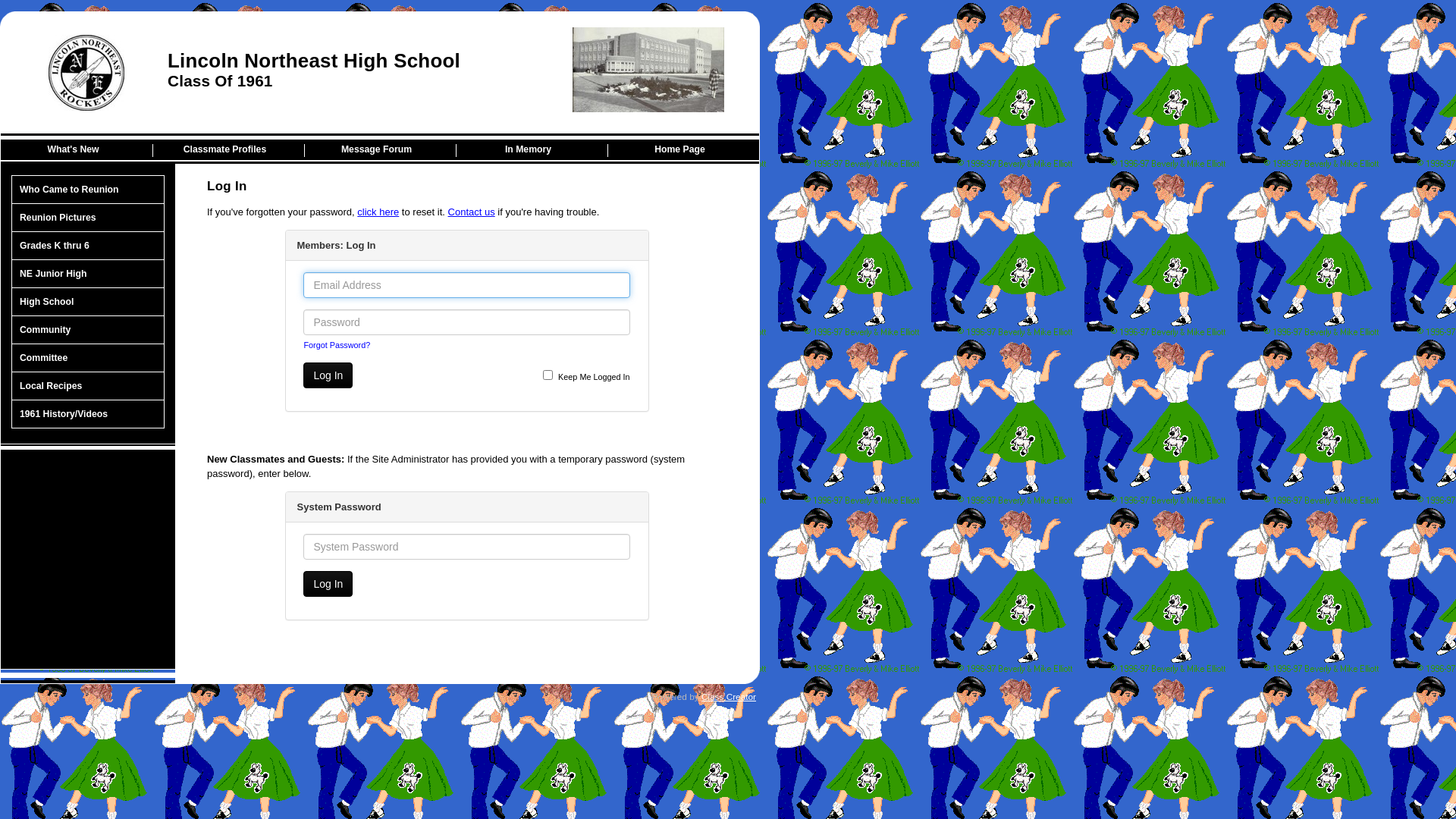  Describe the element at coordinates (76, 149) in the screenshot. I see `'What's New'` at that location.